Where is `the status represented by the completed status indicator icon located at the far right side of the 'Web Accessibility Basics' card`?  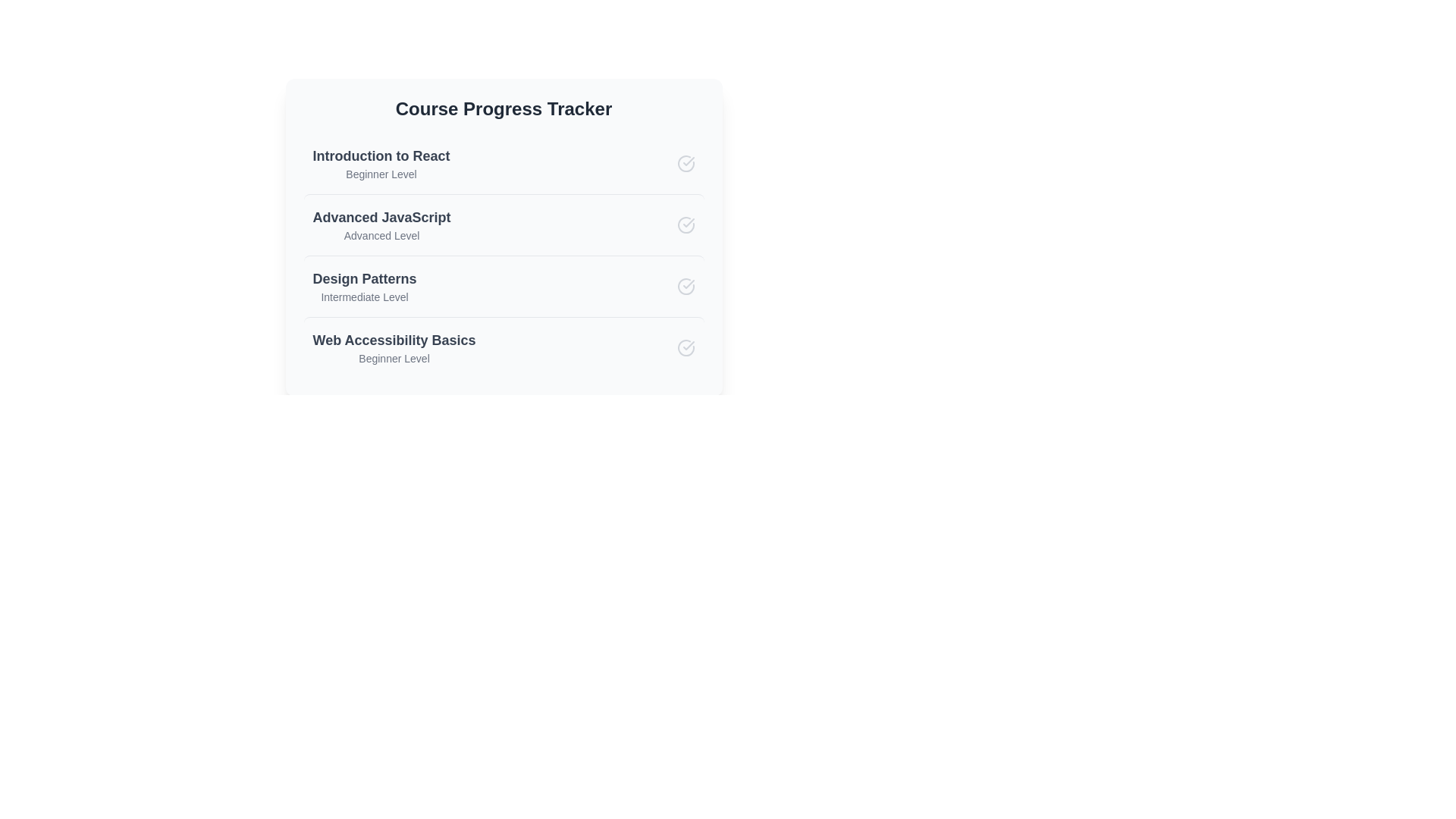 the status represented by the completed status indicator icon located at the far right side of the 'Web Accessibility Basics' card is located at coordinates (685, 348).